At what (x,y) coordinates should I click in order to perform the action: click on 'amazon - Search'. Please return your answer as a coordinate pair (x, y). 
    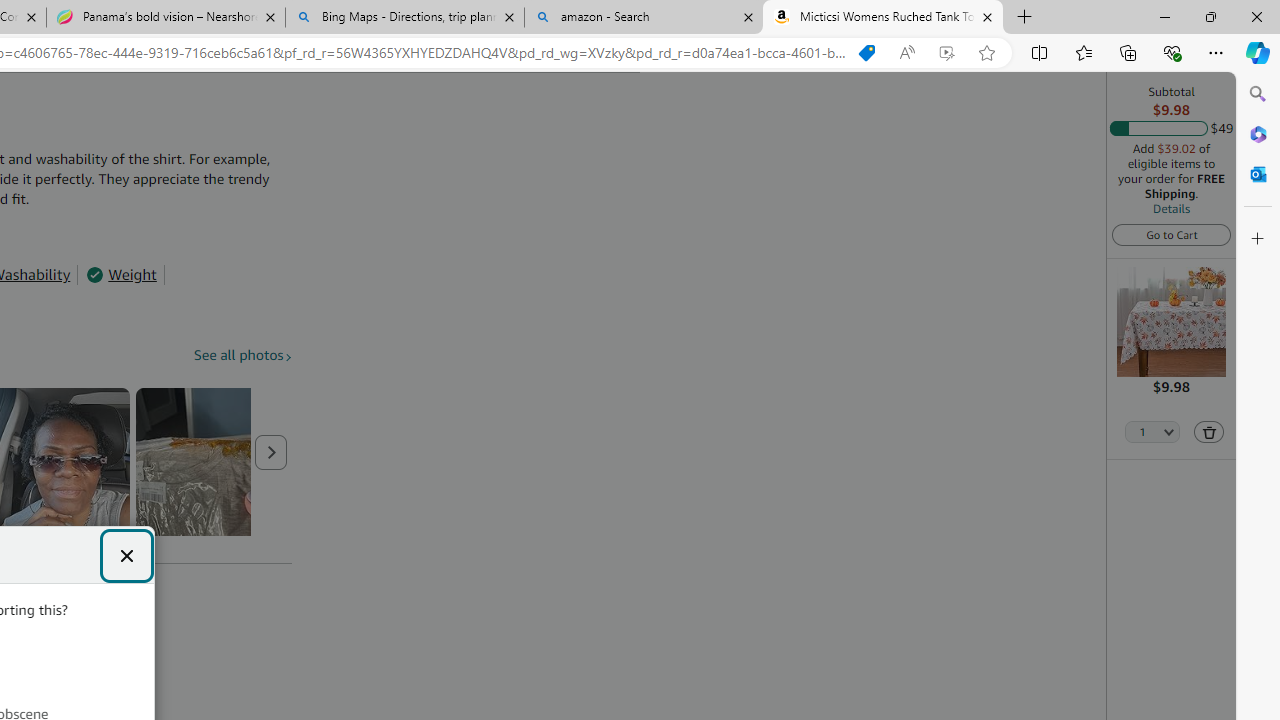
    Looking at the image, I should click on (643, 17).